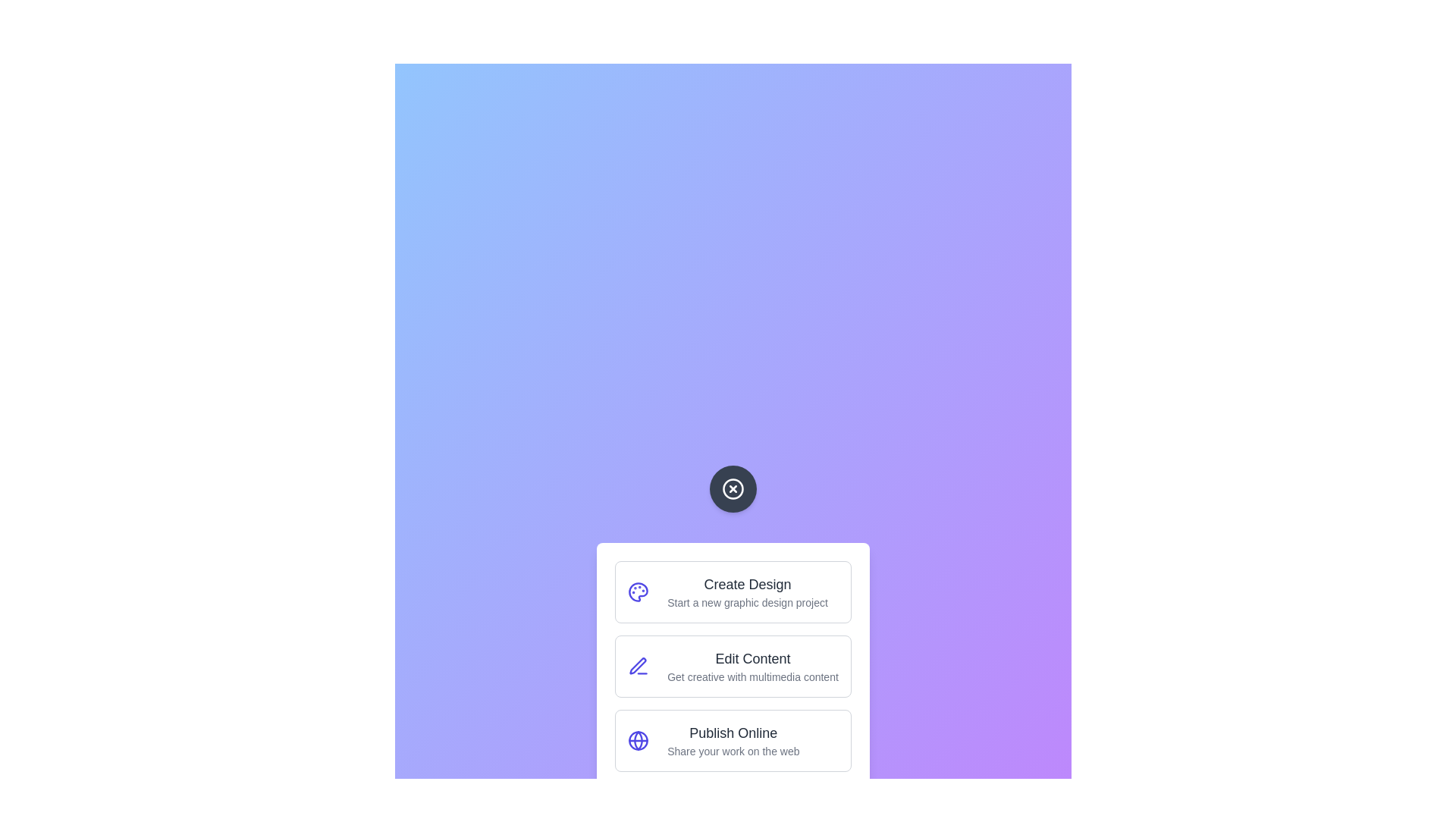 The image size is (1456, 819). What do you see at coordinates (733, 814) in the screenshot?
I see `the action item Project Archive` at bounding box center [733, 814].